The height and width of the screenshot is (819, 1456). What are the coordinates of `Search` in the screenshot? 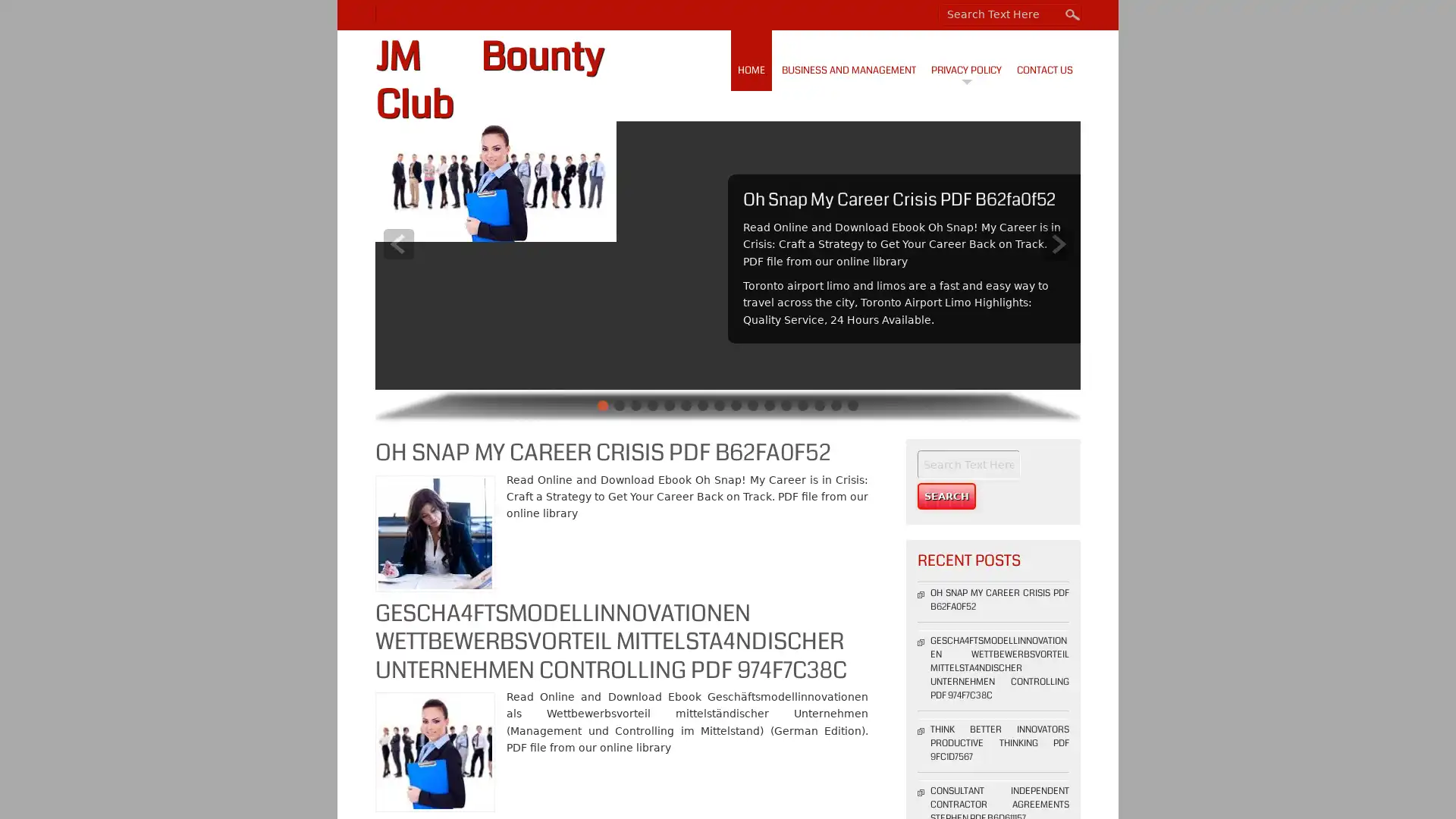 It's located at (946, 496).